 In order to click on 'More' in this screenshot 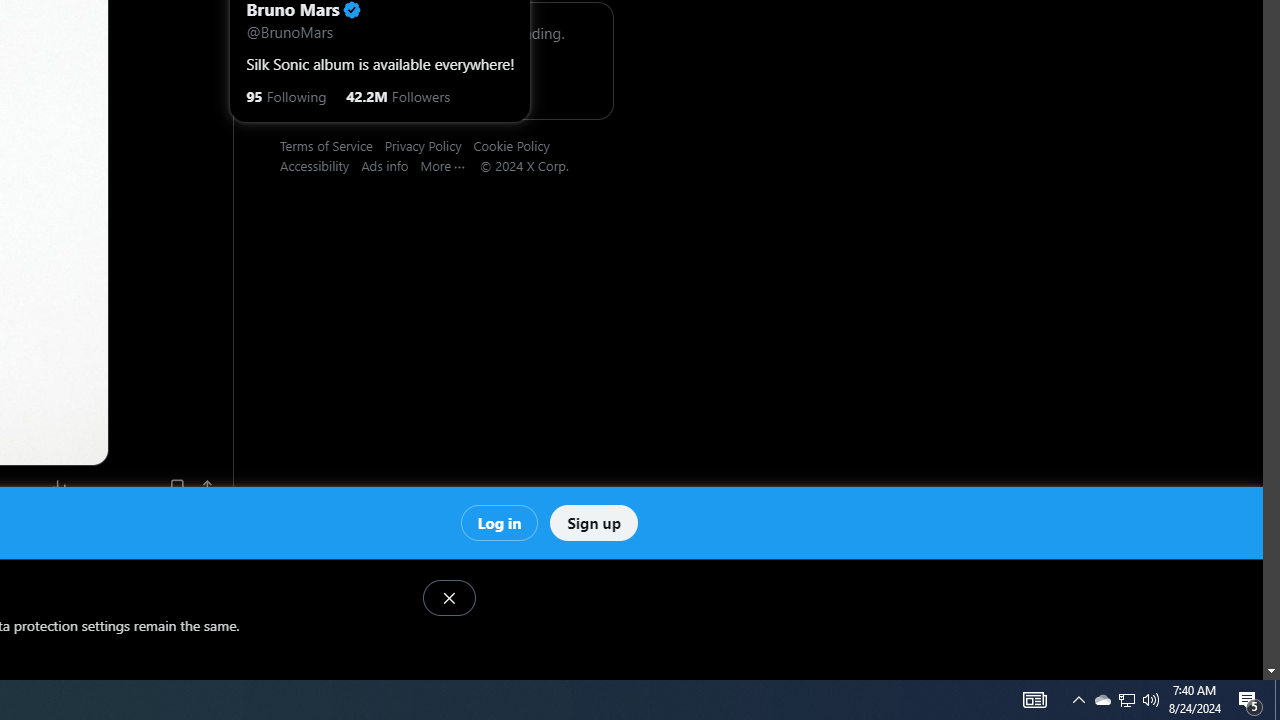, I will do `click(449, 164)`.